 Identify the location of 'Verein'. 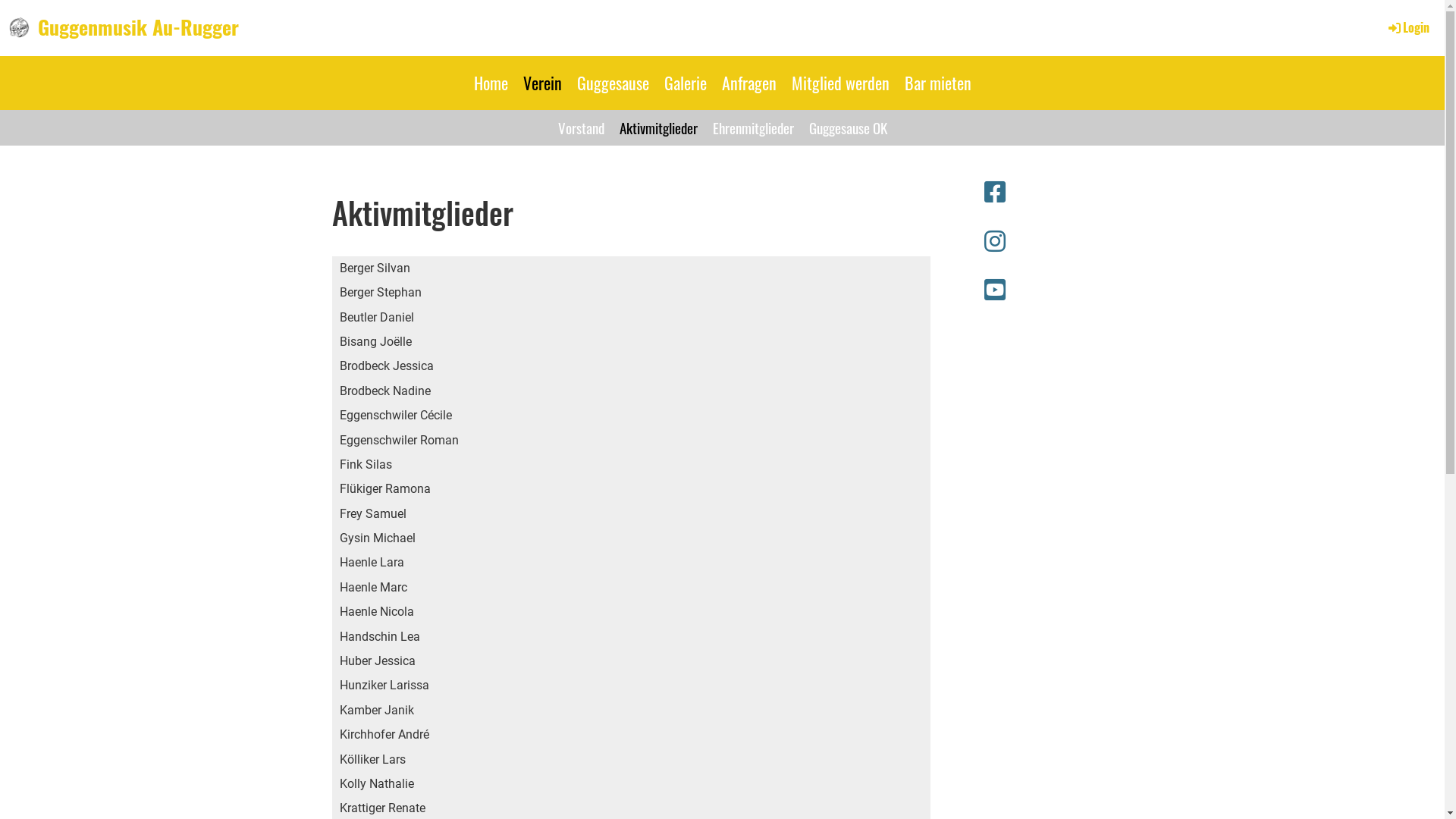
(542, 83).